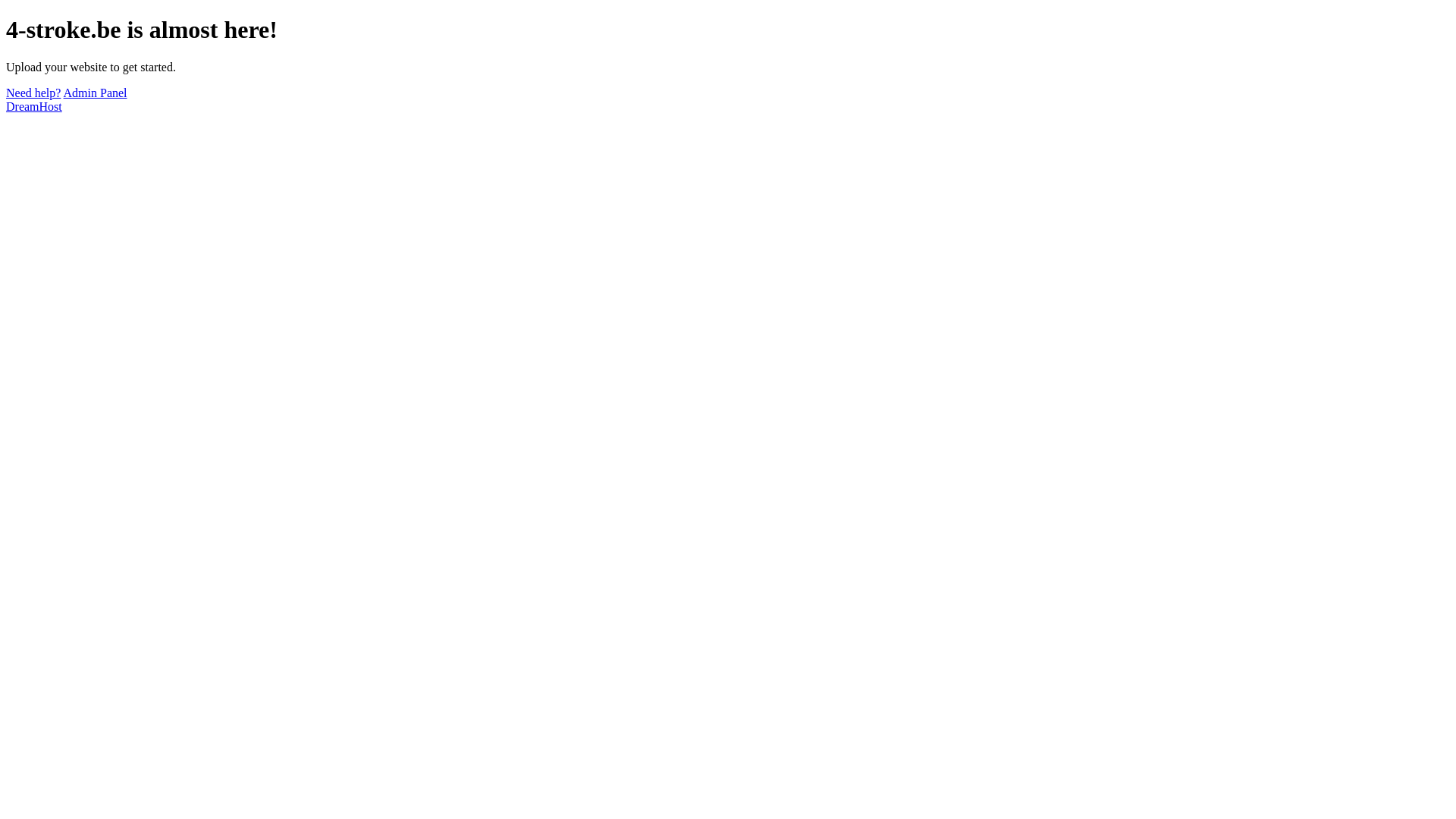  What do you see at coordinates (33, 93) in the screenshot?
I see `'Need help?'` at bounding box center [33, 93].